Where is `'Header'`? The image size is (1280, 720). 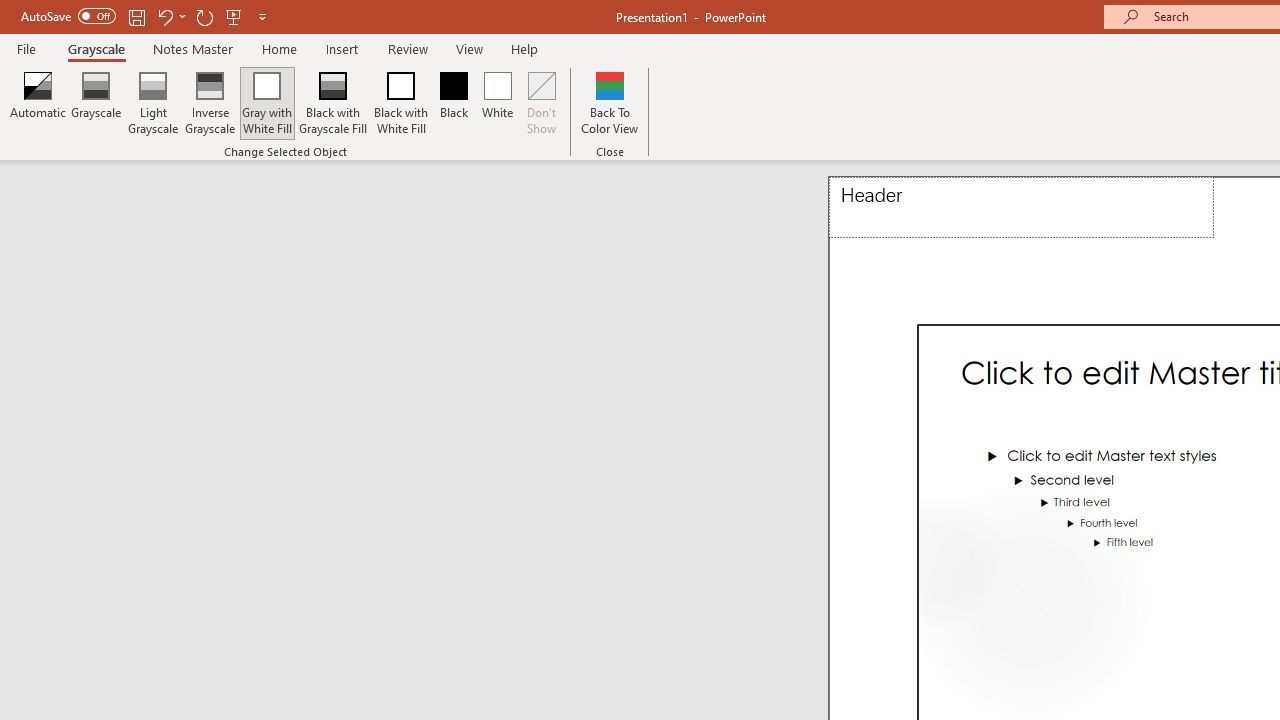
'Header' is located at coordinates (1021, 207).